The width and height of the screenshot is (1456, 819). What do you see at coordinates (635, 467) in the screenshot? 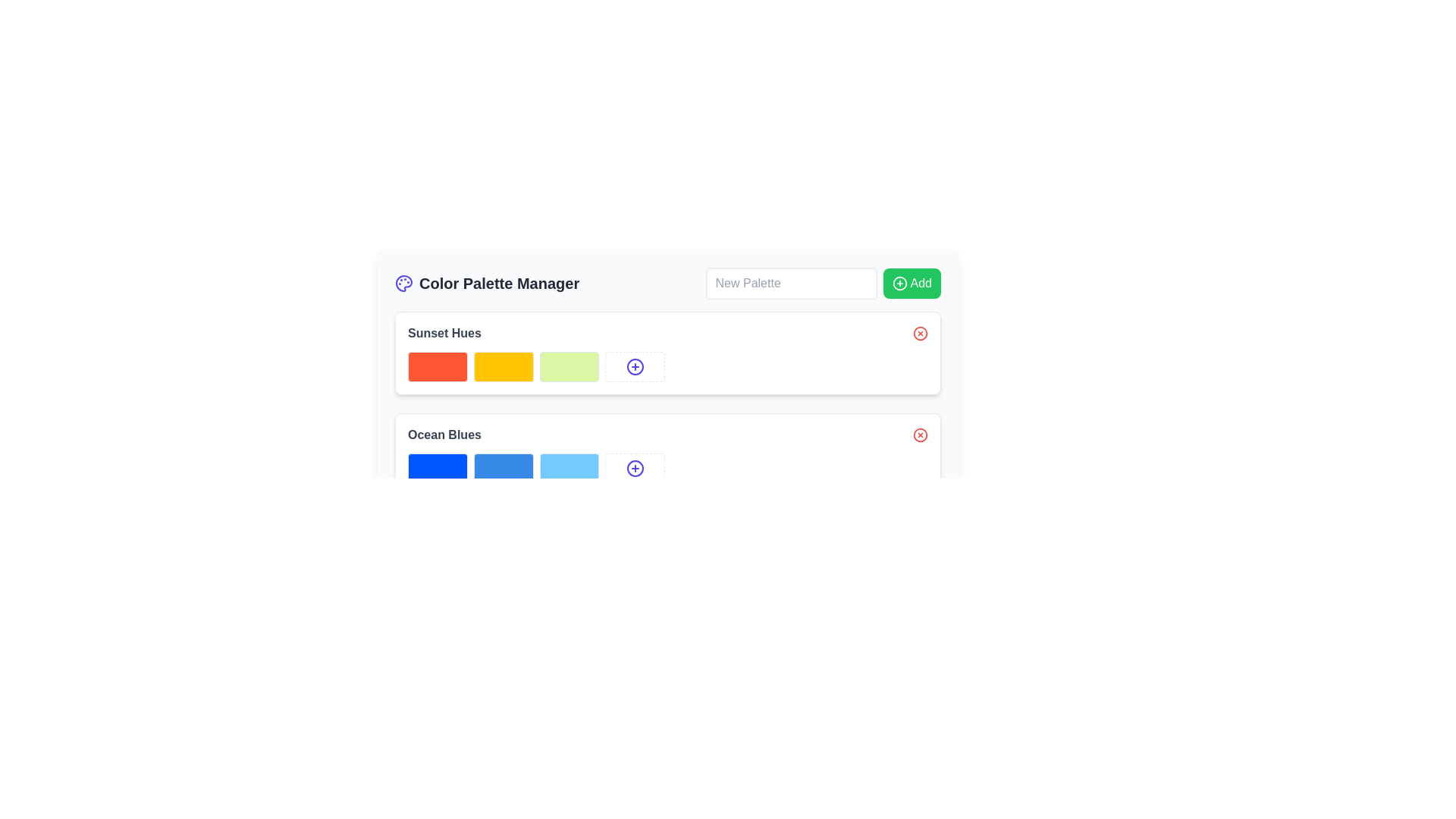
I see `the interactive button to add or create a new item within the 'Ocean Blues' section, located in the fourth slot of an 8-column grid layout` at bounding box center [635, 467].